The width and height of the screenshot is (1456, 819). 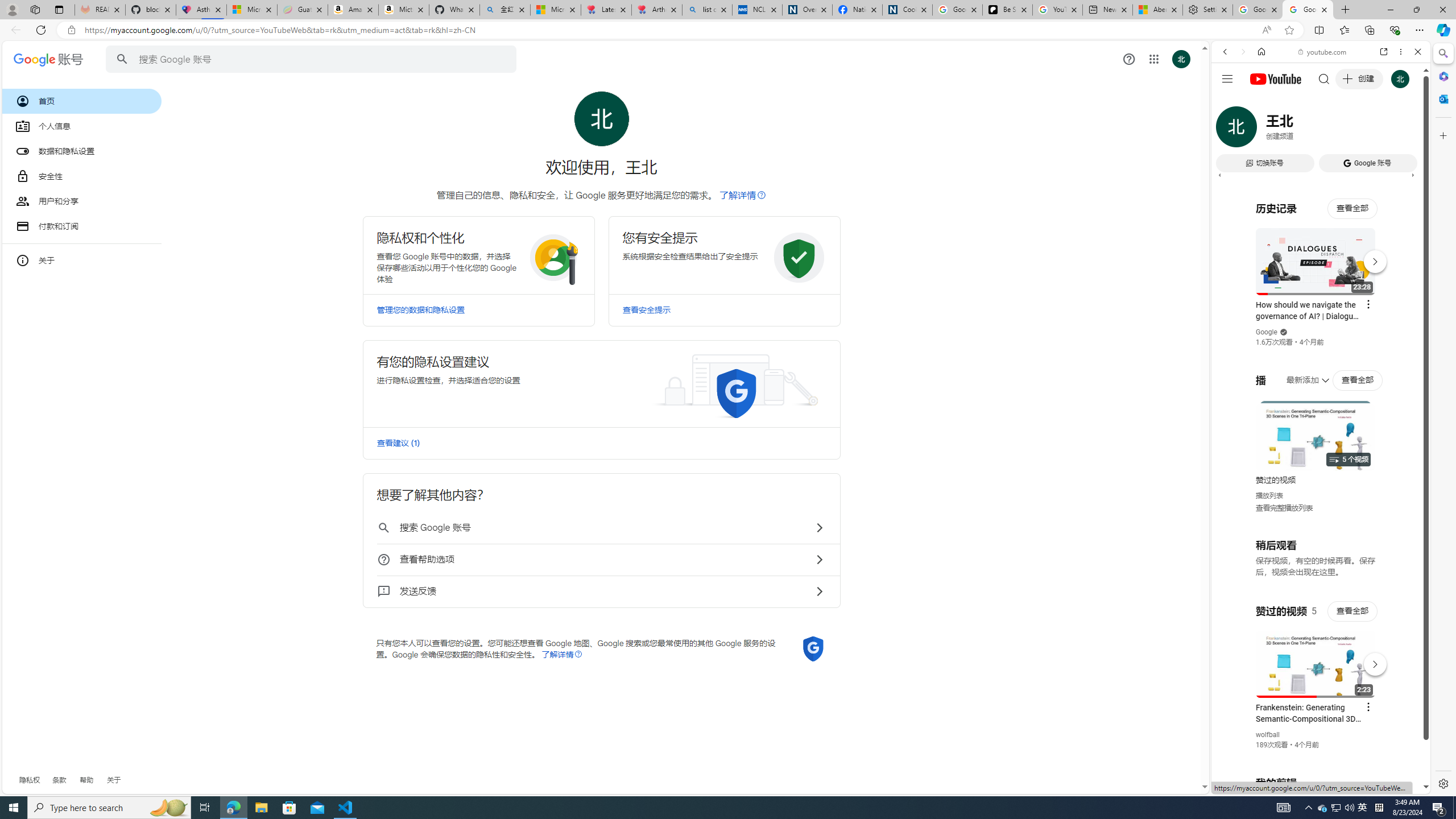 I want to click on 'YouTube - YouTube', so click(x=1316, y=560).